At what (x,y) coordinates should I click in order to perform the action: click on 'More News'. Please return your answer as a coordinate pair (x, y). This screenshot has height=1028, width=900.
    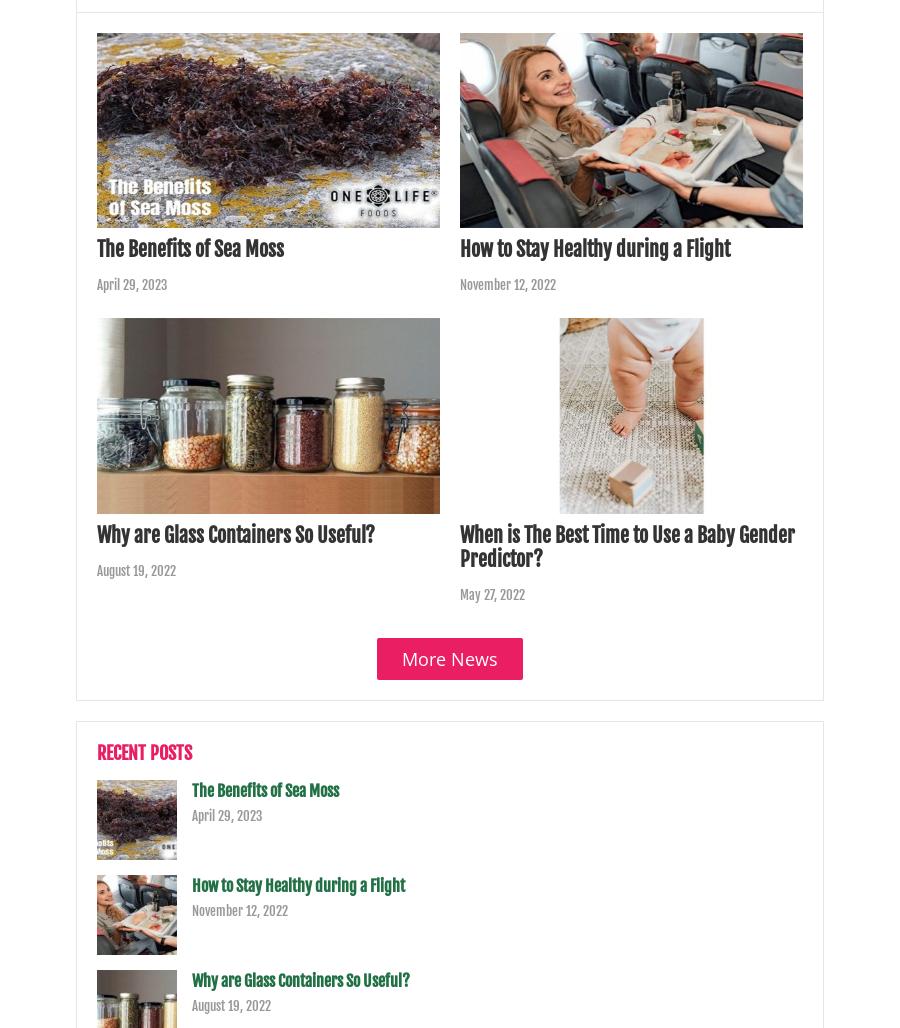
    Looking at the image, I should click on (450, 658).